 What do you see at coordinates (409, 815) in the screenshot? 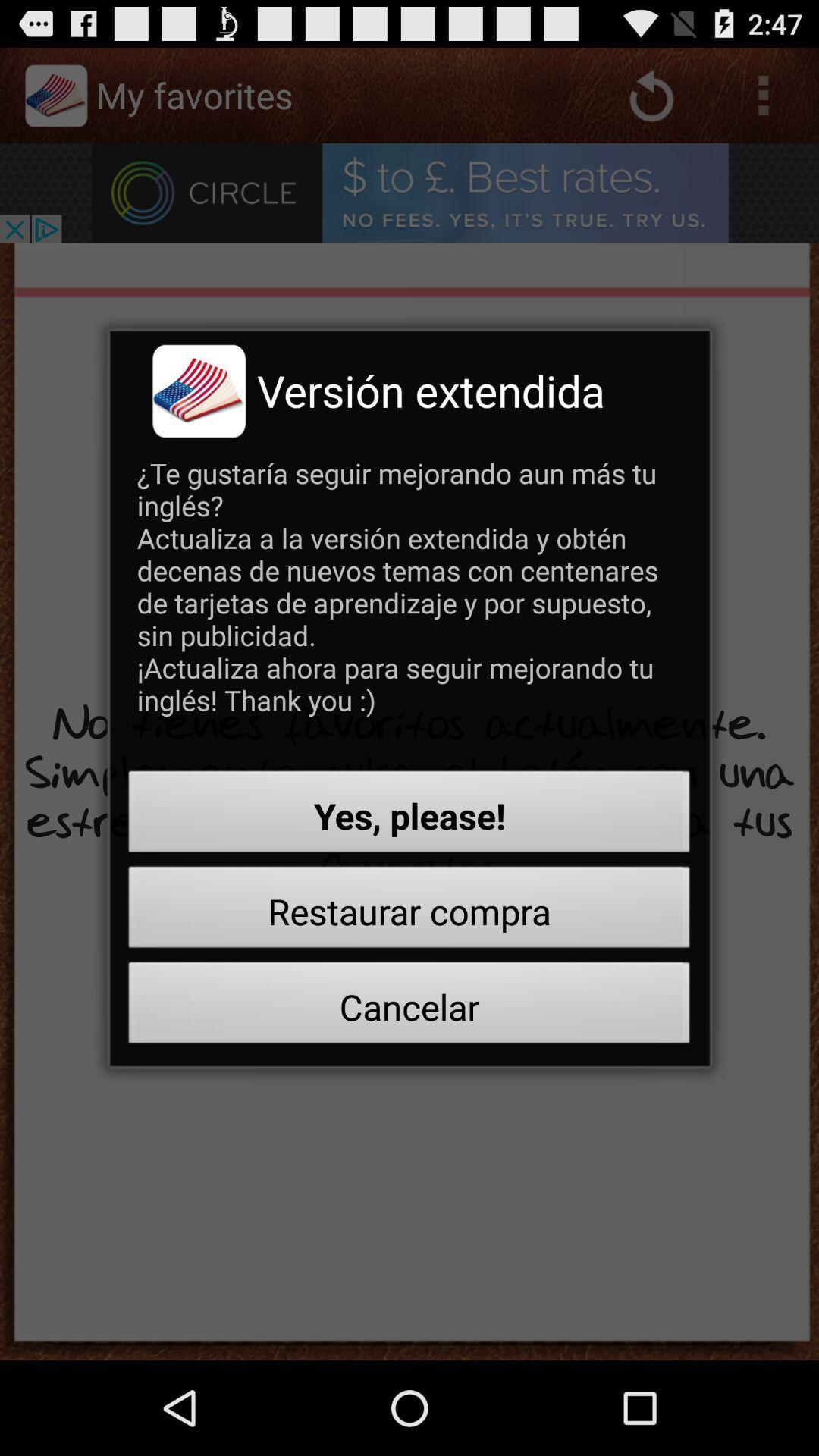
I see `the yes, please! icon` at bounding box center [409, 815].